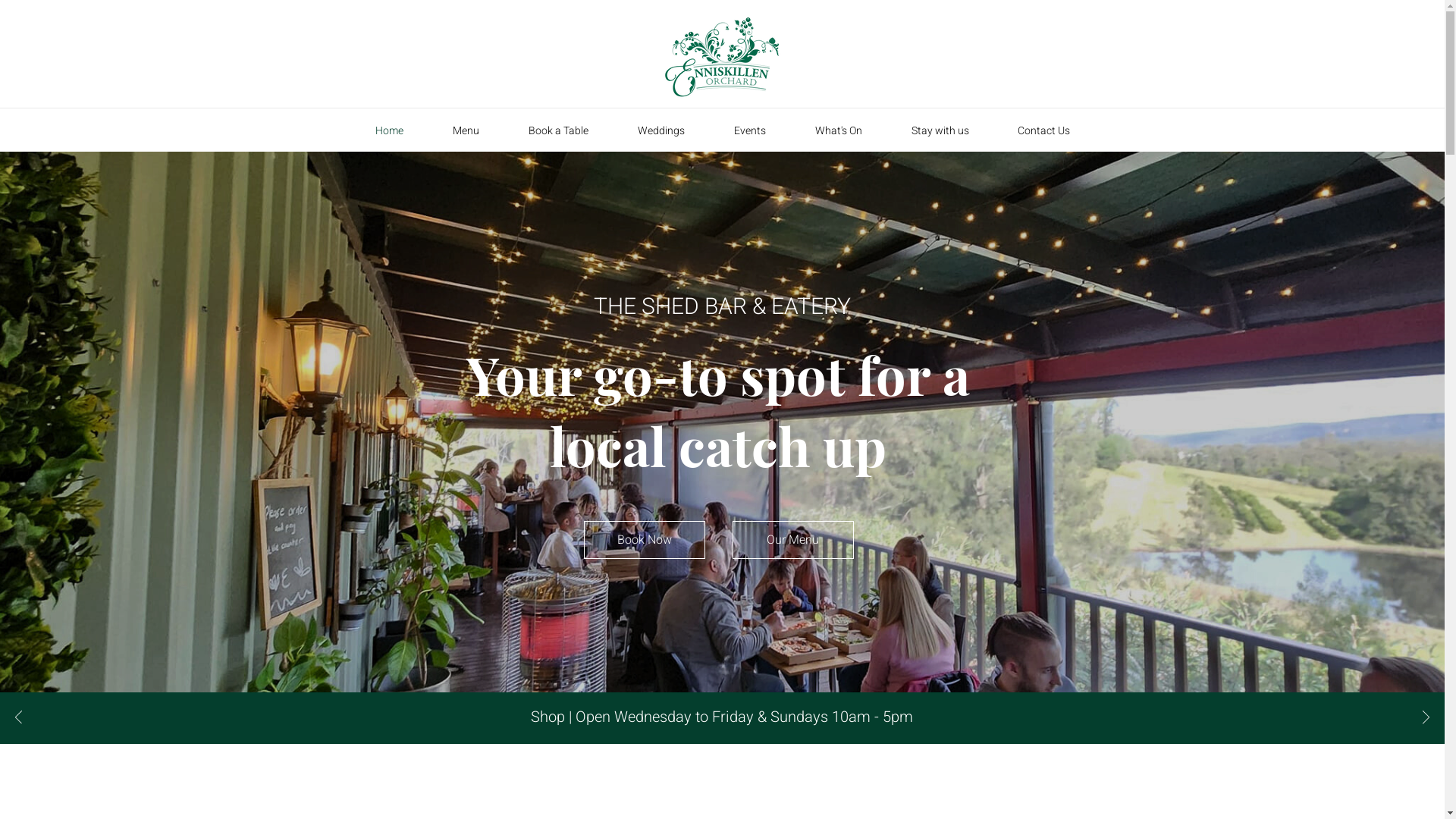 This screenshot has width=1456, height=819. What do you see at coordinates (557, 130) in the screenshot?
I see `'Book a Table'` at bounding box center [557, 130].